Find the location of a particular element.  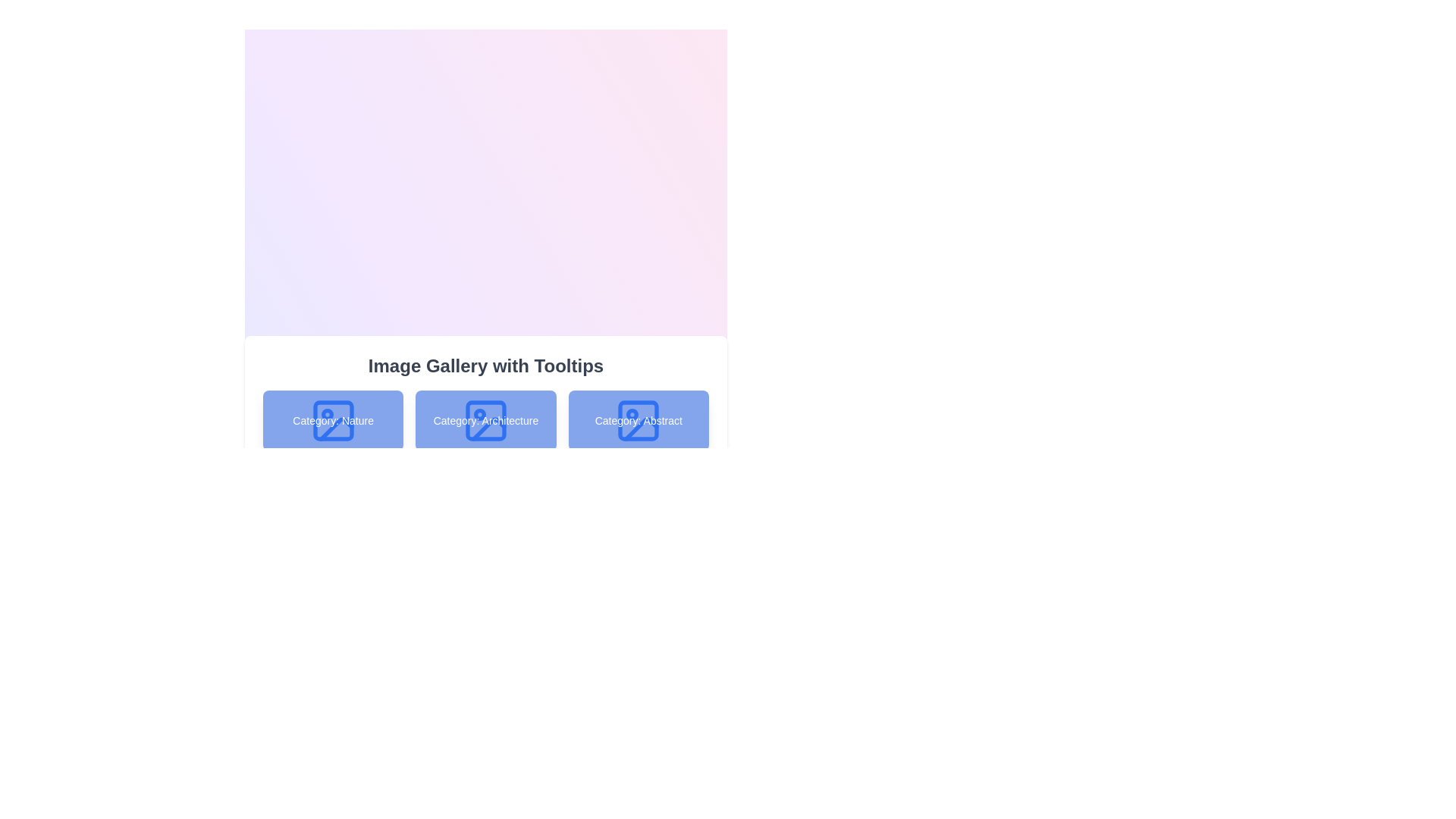

the 'Abstract' category selector card, which is the rightmost element in the first row of a three-column grid layout is located at coordinates (639, 421).